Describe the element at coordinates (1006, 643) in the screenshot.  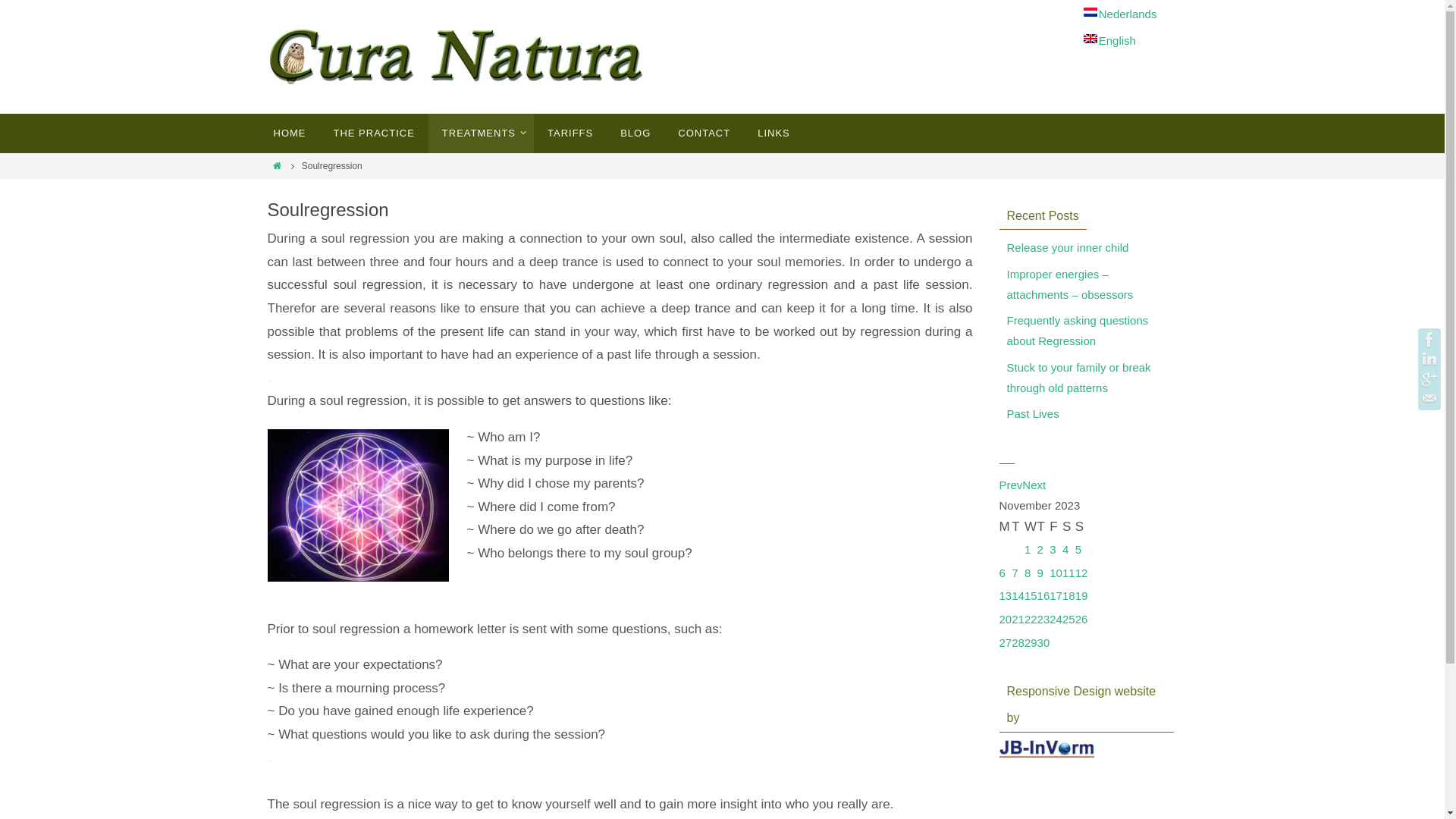
I see `'27'` at that location.